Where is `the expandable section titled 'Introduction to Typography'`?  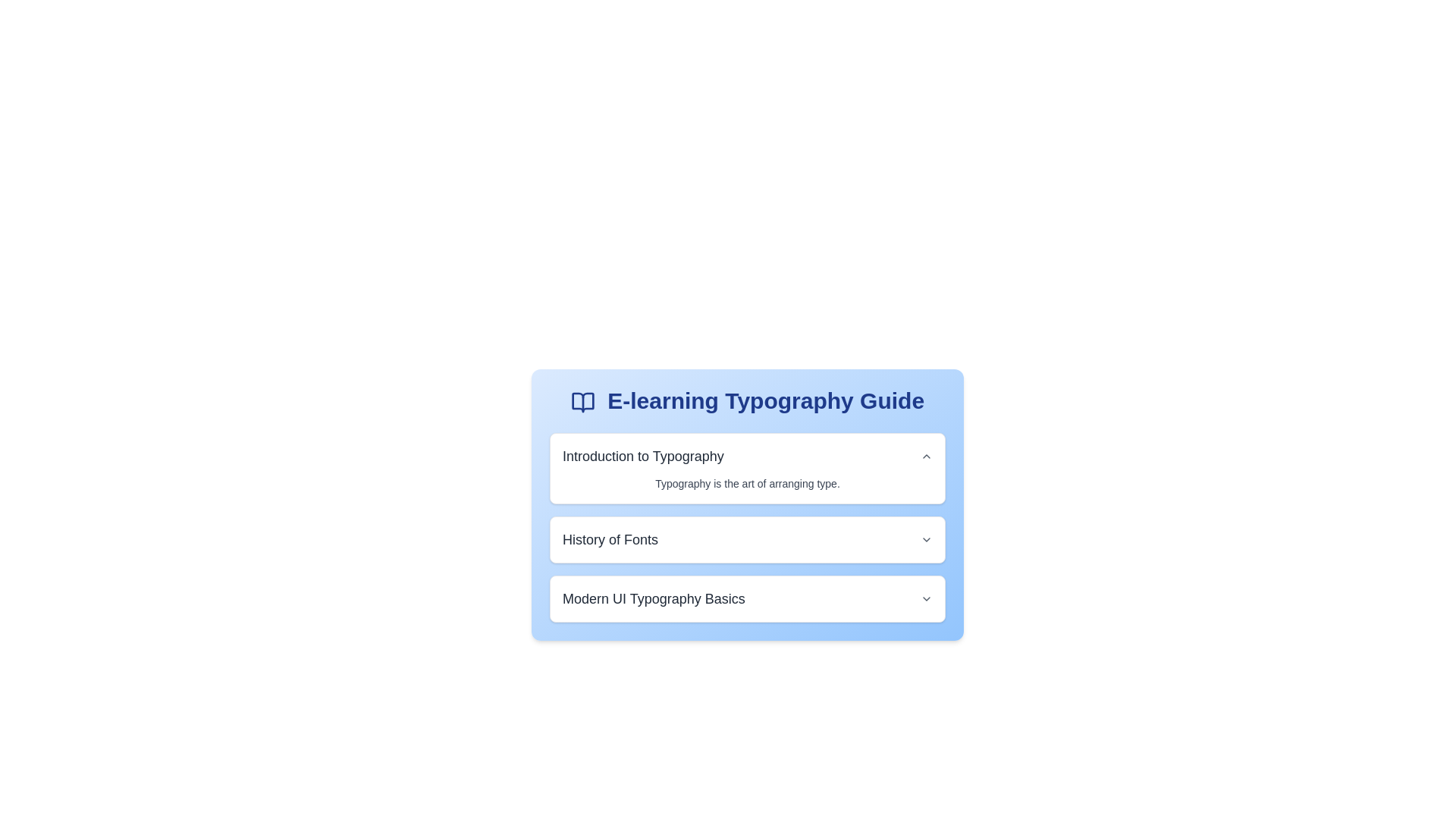
the expandable section titled 'Introduction to Typography' is located at coordinates (747, 467).